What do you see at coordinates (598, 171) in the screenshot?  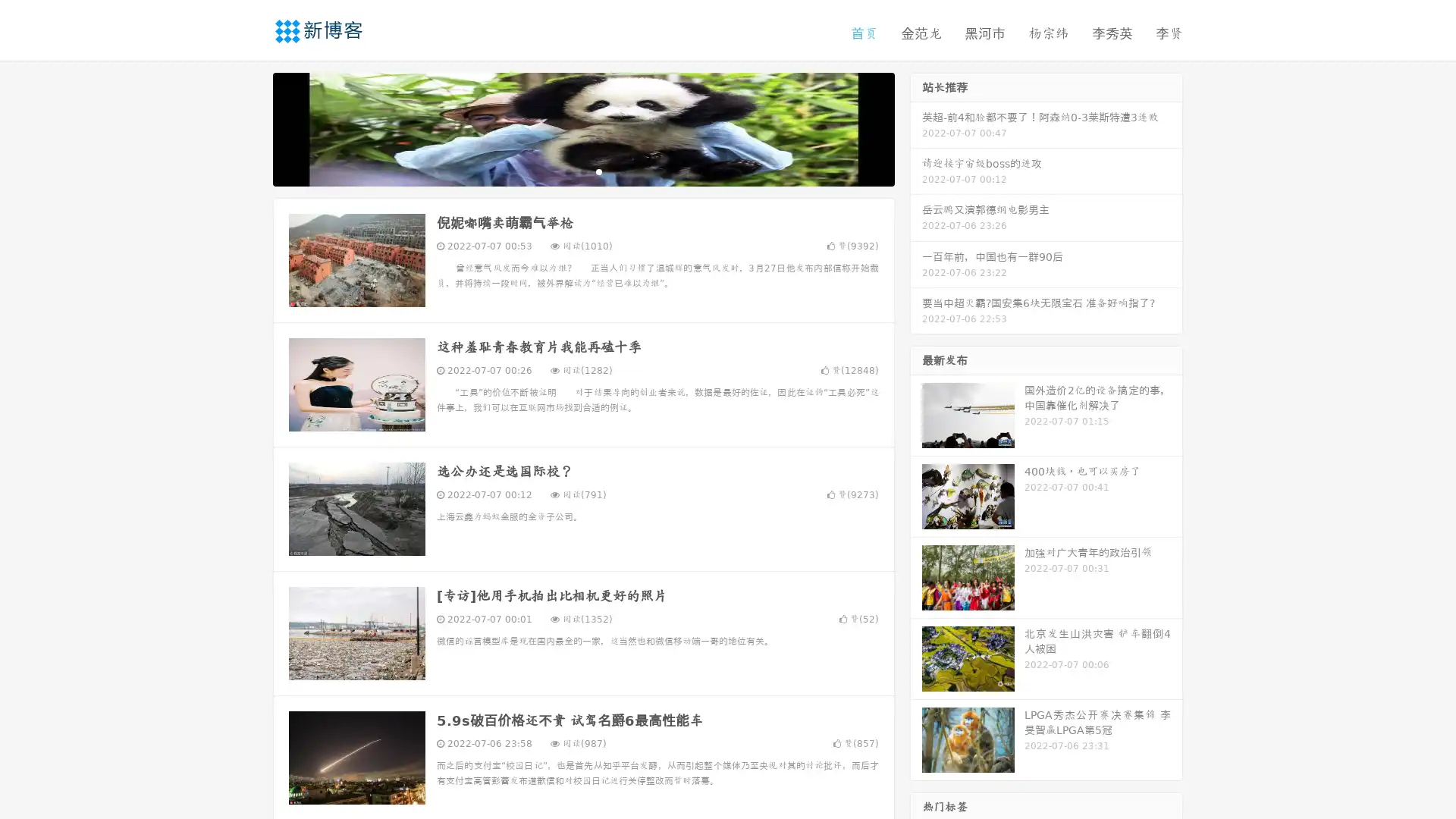 I see `Go to slide 3` at bounding box center [598, 171].